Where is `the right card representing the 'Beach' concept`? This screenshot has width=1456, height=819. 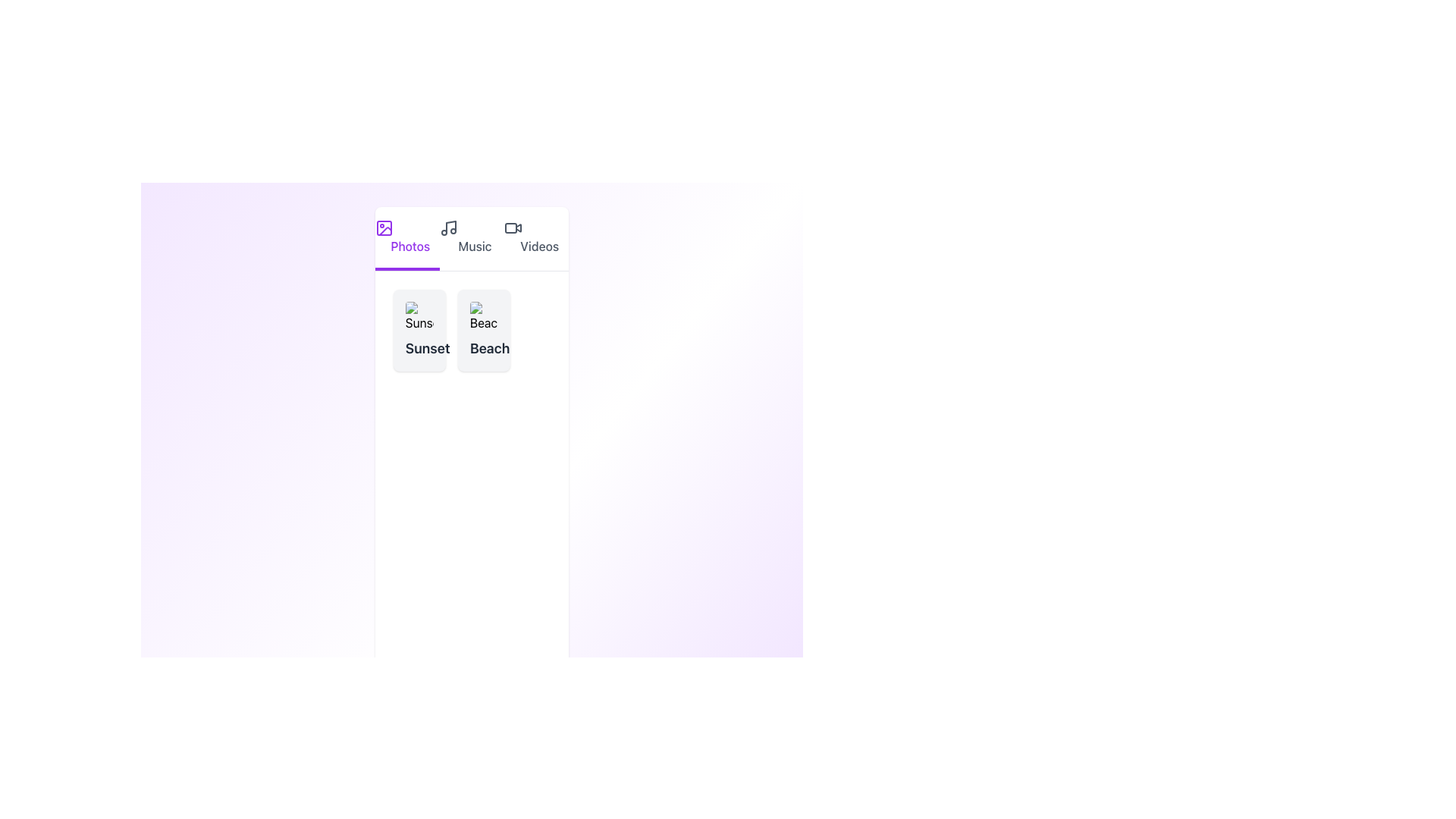
the right card representing the 'Beach' concept is located at coordinates (471, 329).